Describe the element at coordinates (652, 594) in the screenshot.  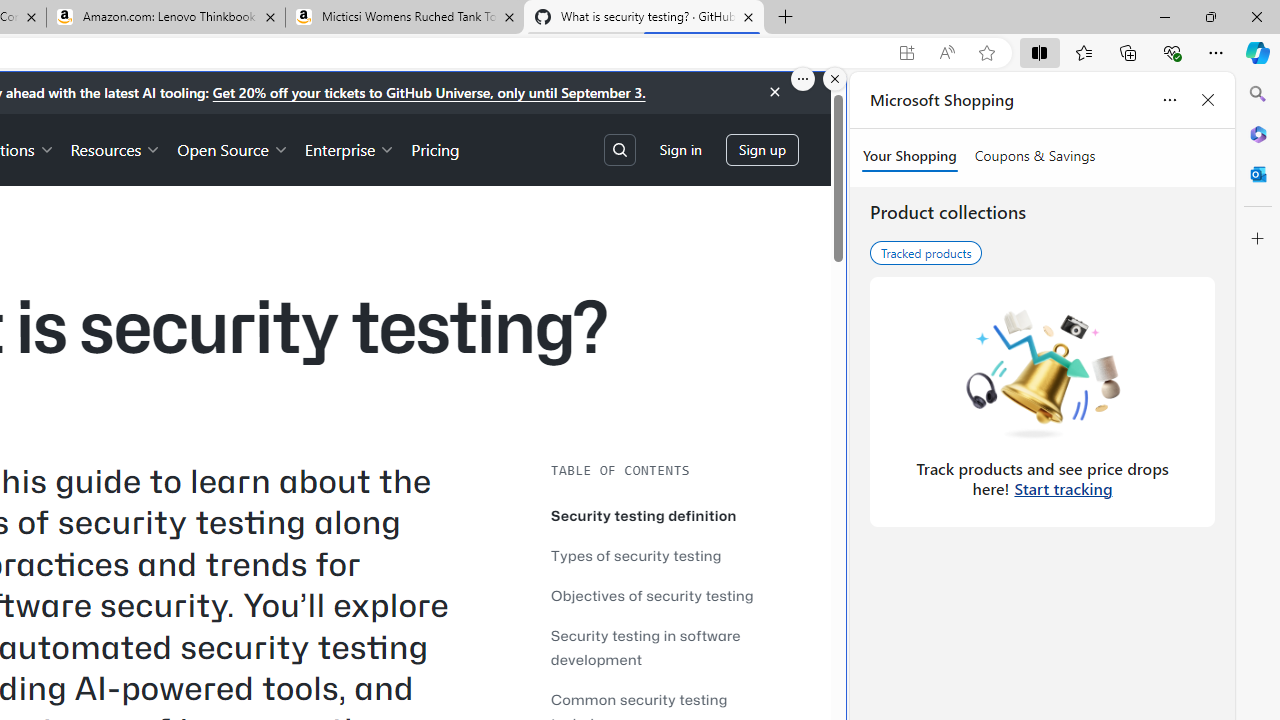
I see `'Objectives of security testing'` at that location.